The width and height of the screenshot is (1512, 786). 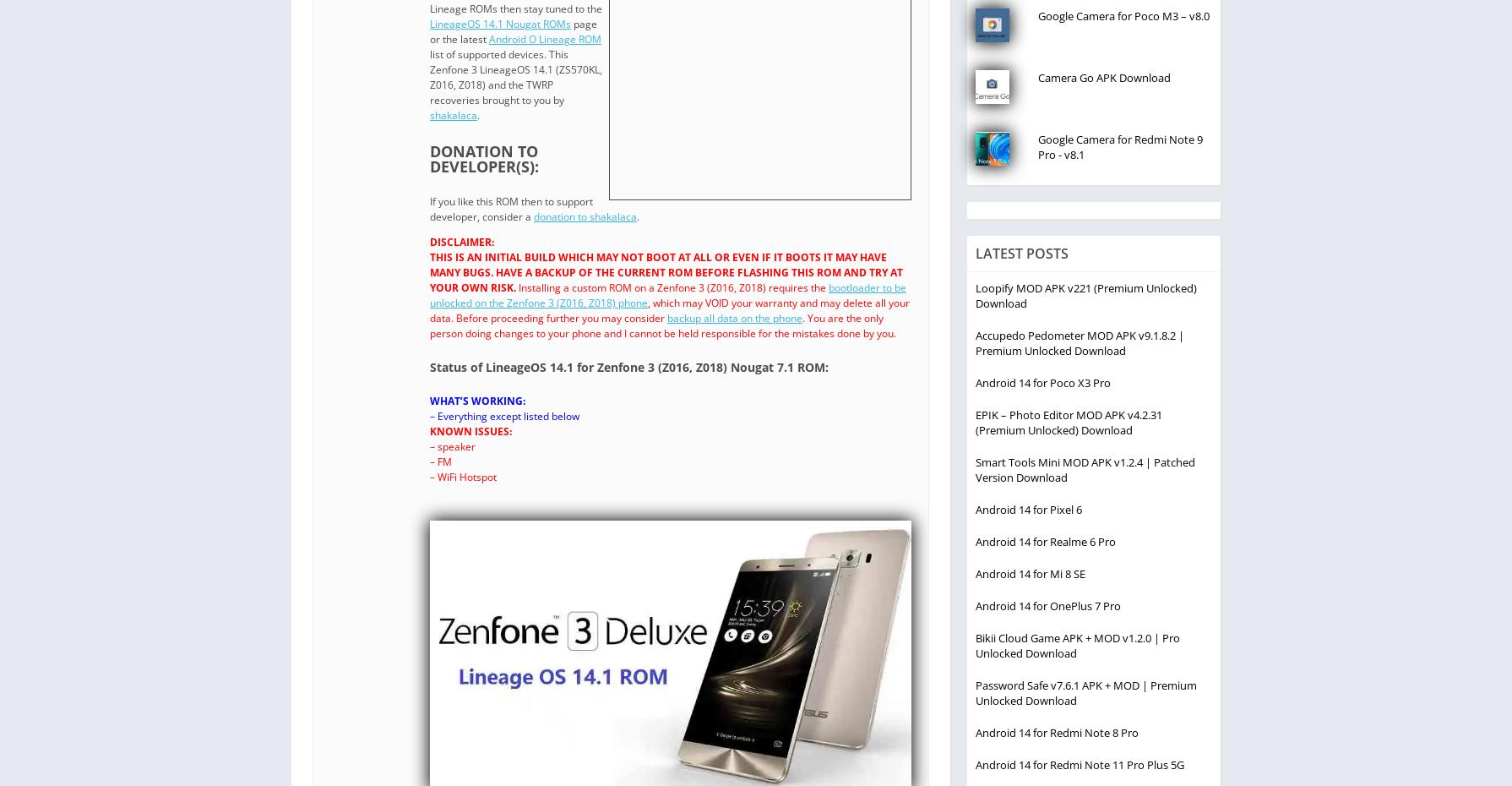 What do you see at coordinates (1077, 644) in the screenshot?
I see `'Bikii Cloud Game APK + MOD v1.2.0 | Pro Unlocked Download'` at bounding box center [1077, 644].